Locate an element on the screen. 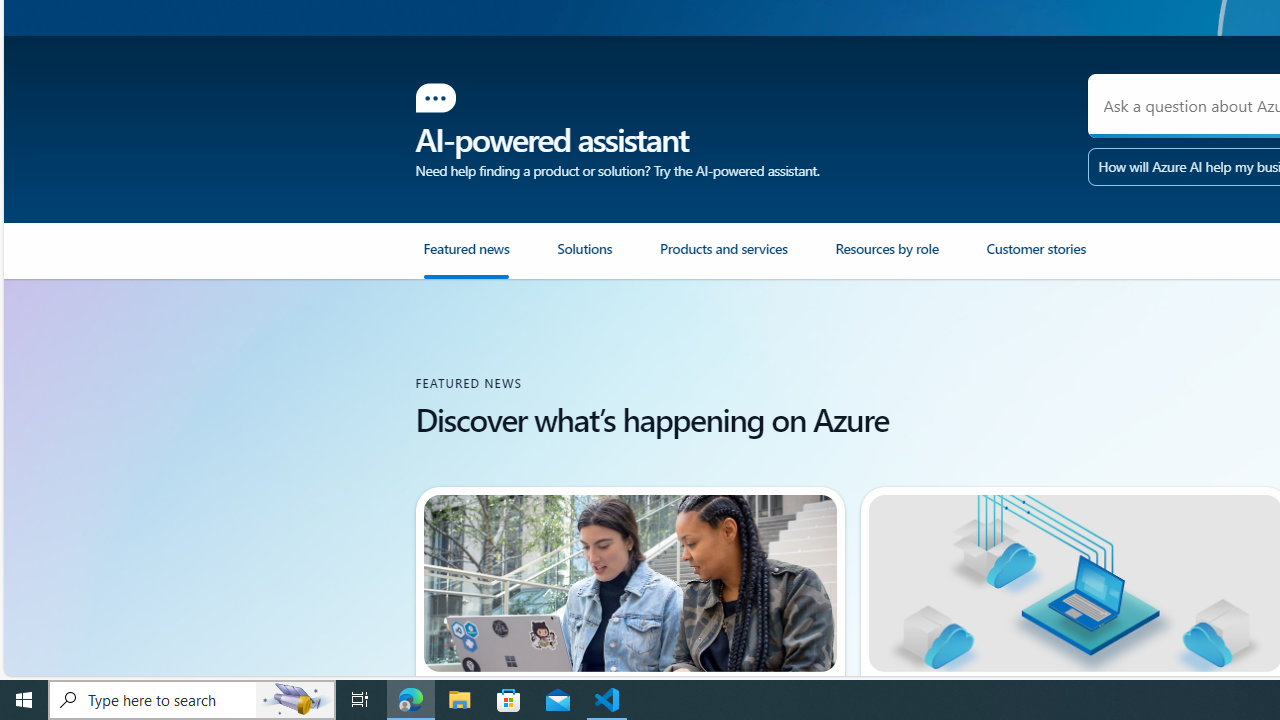  'Products and services' is located at coordinates (723, 256).